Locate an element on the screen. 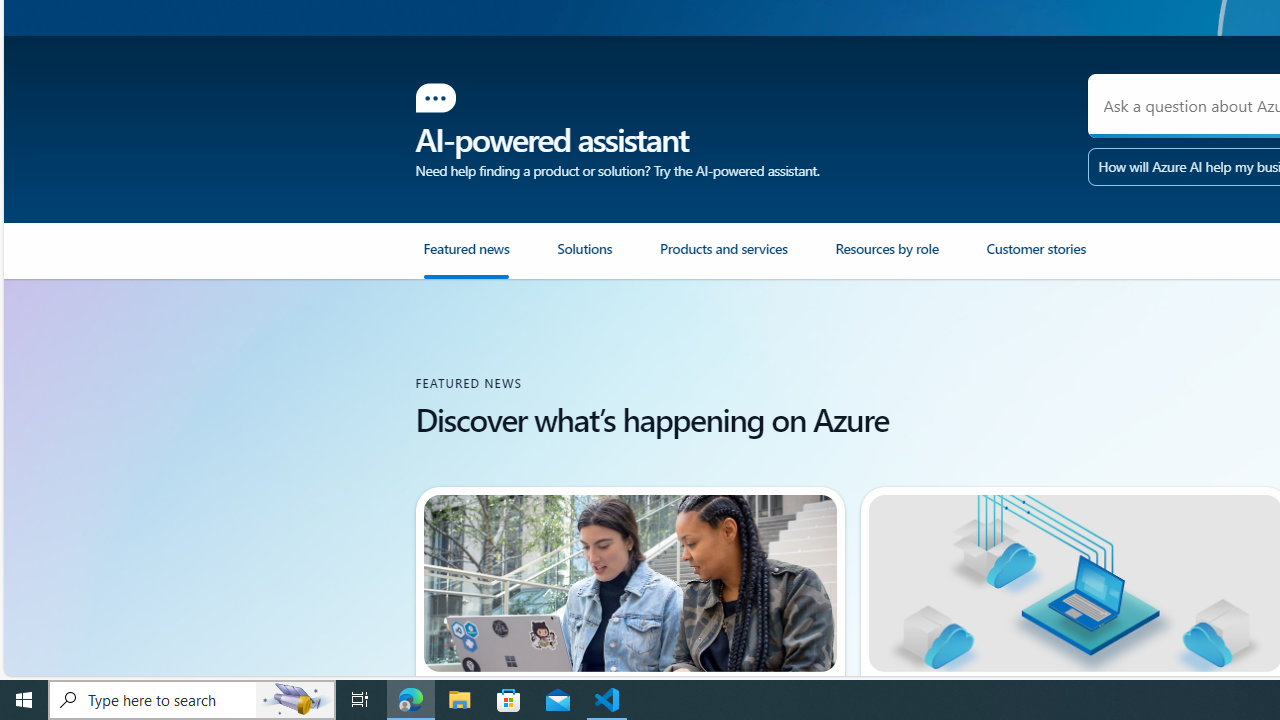  'Products and services' is located at coordinates (723, 256).